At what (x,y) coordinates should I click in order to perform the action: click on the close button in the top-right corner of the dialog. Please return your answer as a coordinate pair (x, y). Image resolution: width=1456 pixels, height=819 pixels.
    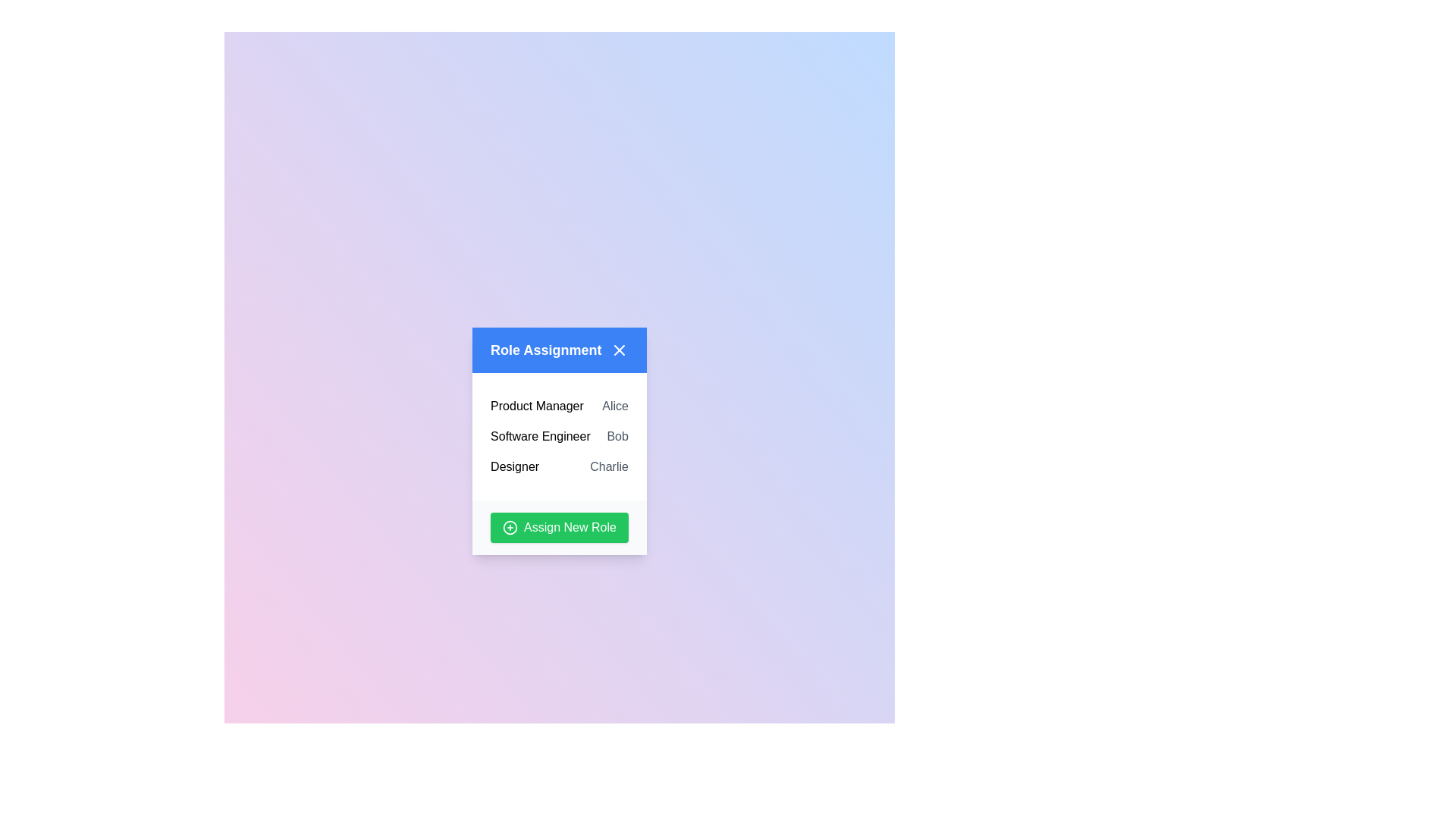
    Looking at the image, I should click on (619, 350).